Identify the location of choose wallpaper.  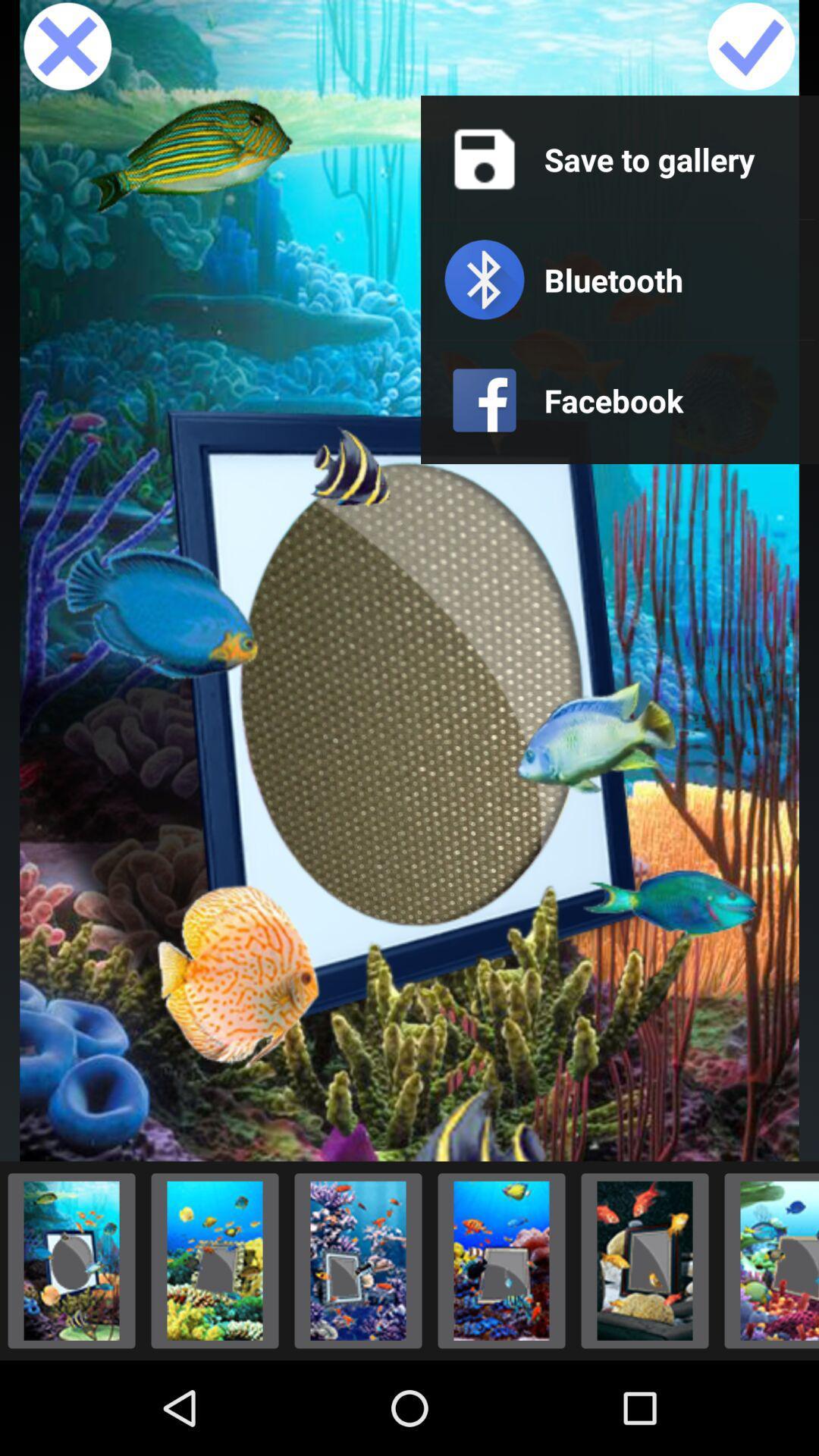
(645, 1260).